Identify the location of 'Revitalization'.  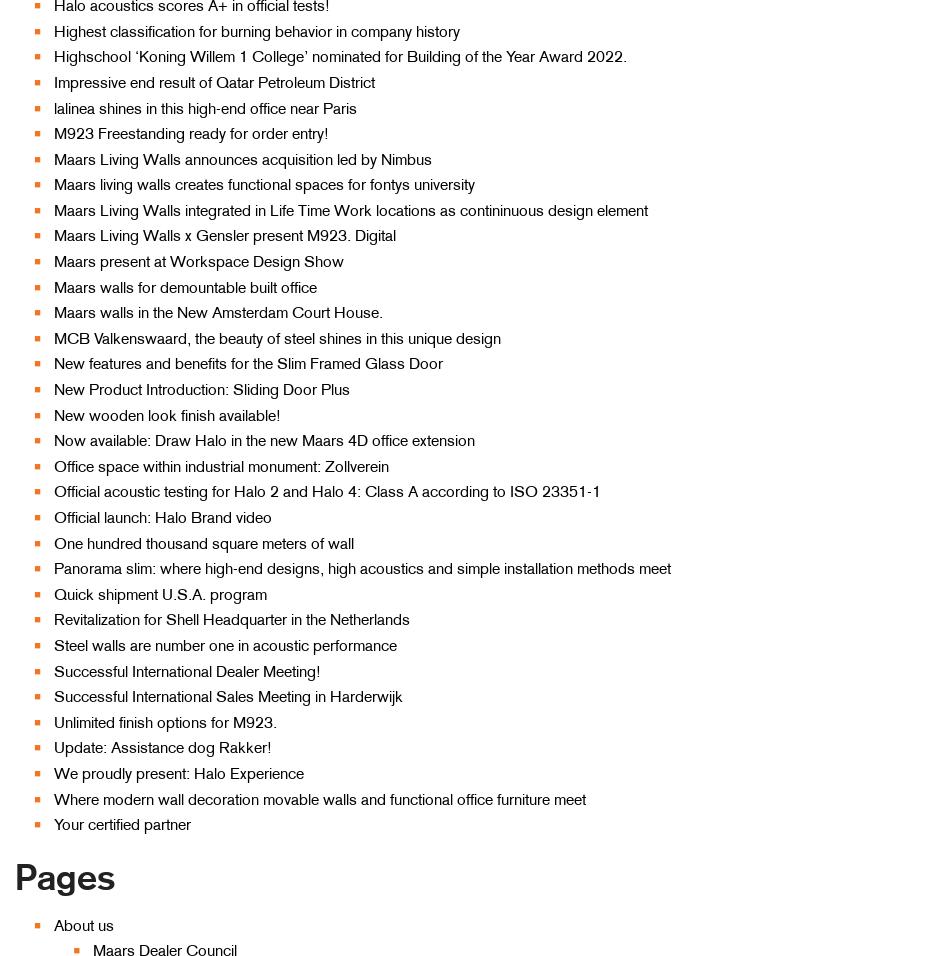
(526, 630).